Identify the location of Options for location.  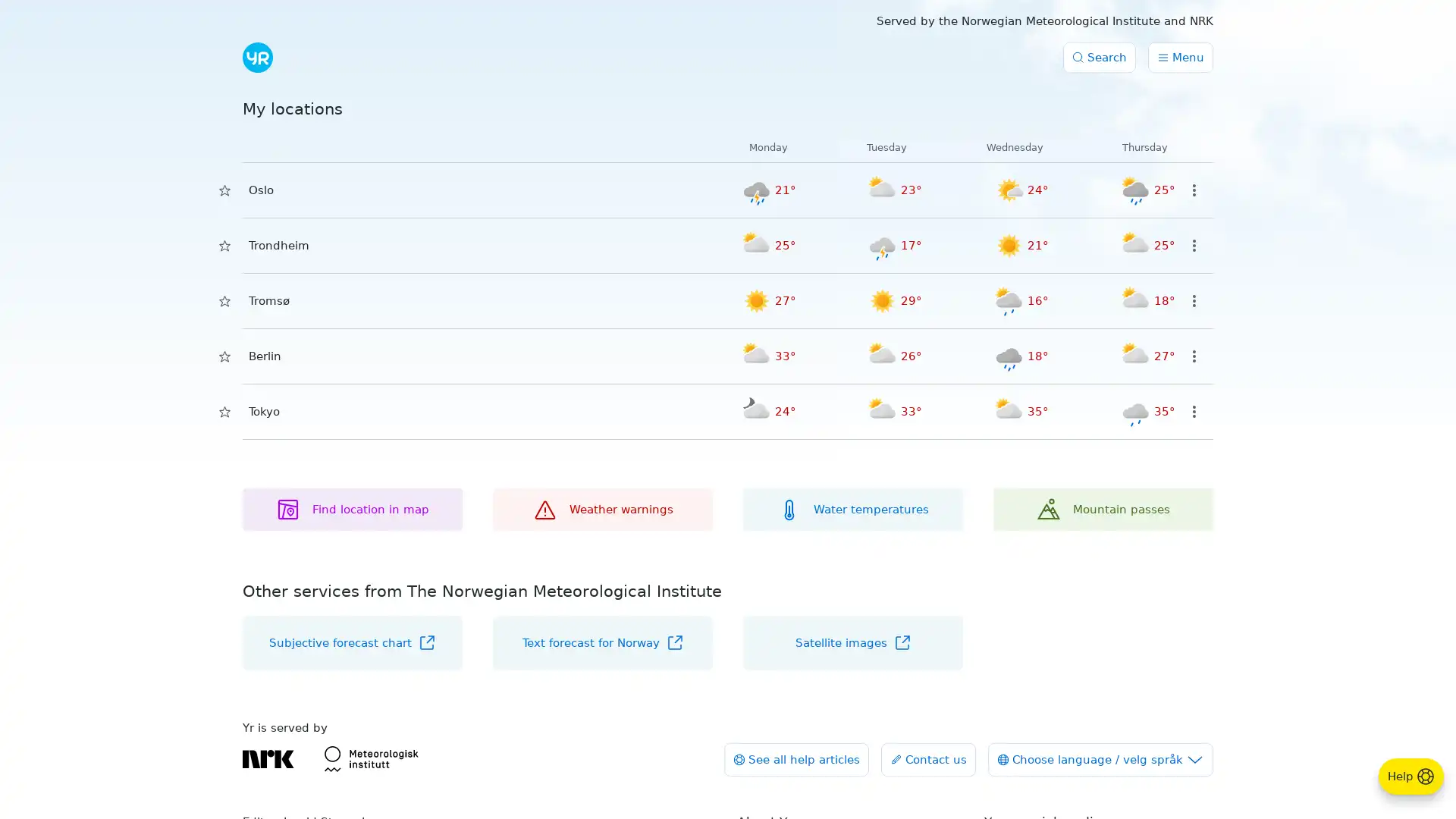
(1193, 245).